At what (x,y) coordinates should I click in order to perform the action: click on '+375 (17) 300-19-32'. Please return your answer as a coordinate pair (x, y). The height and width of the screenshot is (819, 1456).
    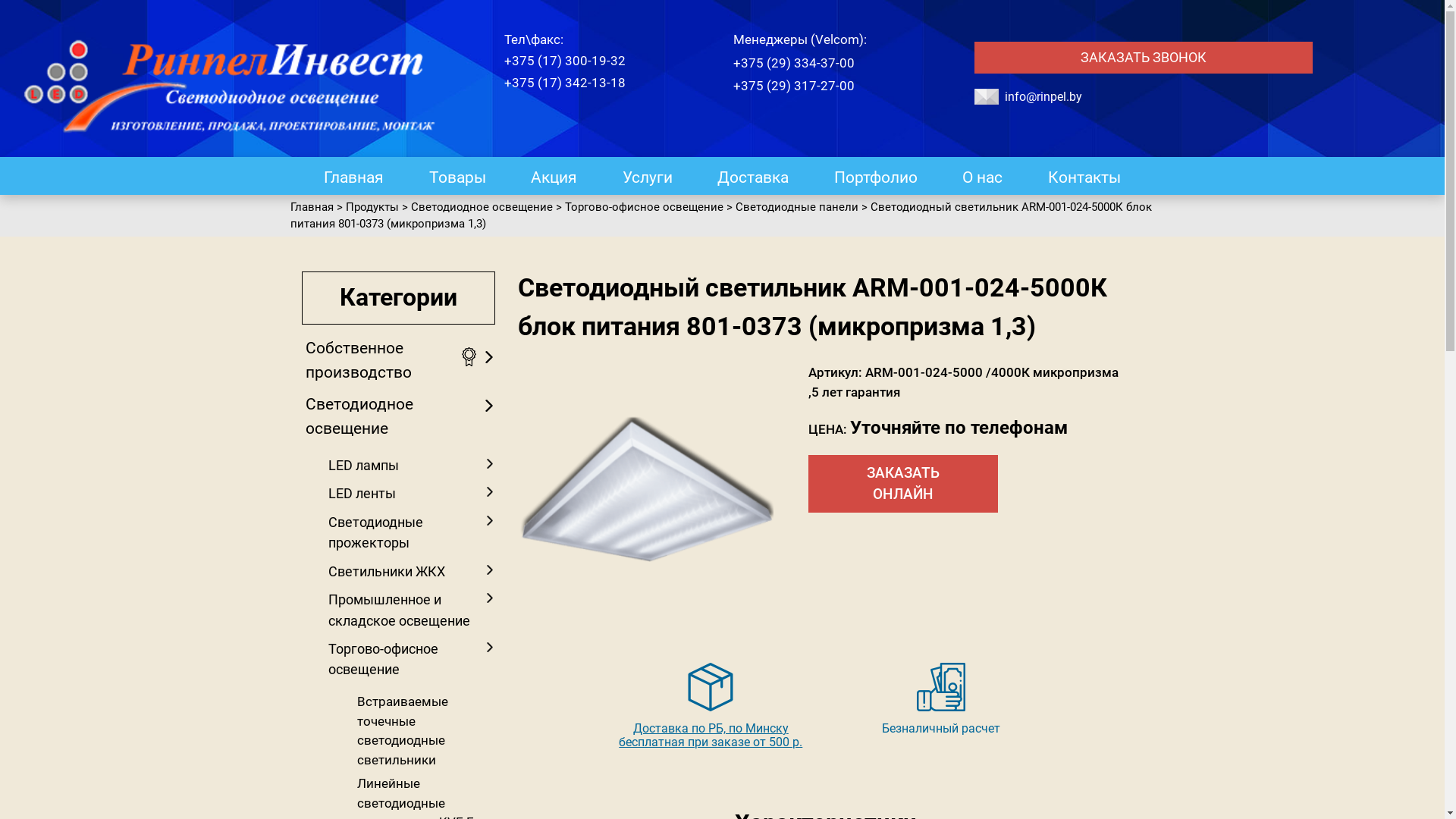
    Looking at the image, I should click on (563, 60).